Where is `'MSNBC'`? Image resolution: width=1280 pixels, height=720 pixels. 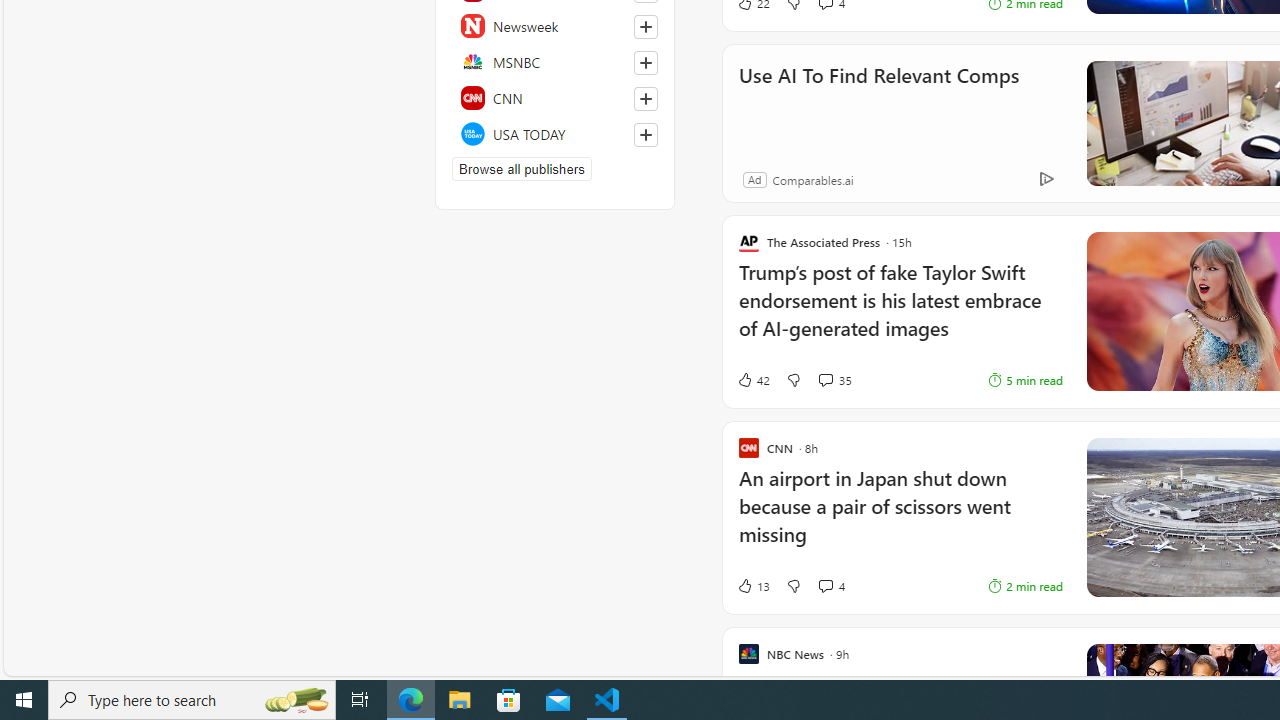 'MSNBC' is located at coordinates (555, 60).